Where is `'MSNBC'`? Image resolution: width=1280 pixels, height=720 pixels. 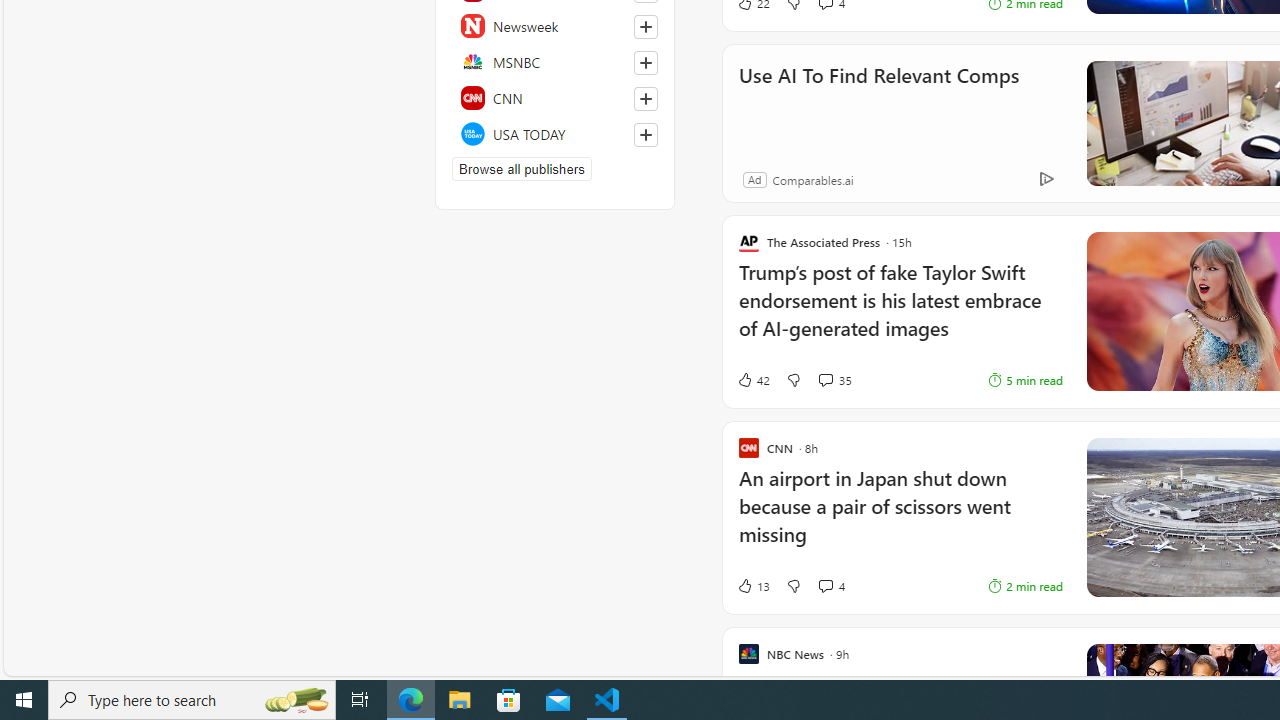 'MSNBC' is located at coordinates (555, 60).